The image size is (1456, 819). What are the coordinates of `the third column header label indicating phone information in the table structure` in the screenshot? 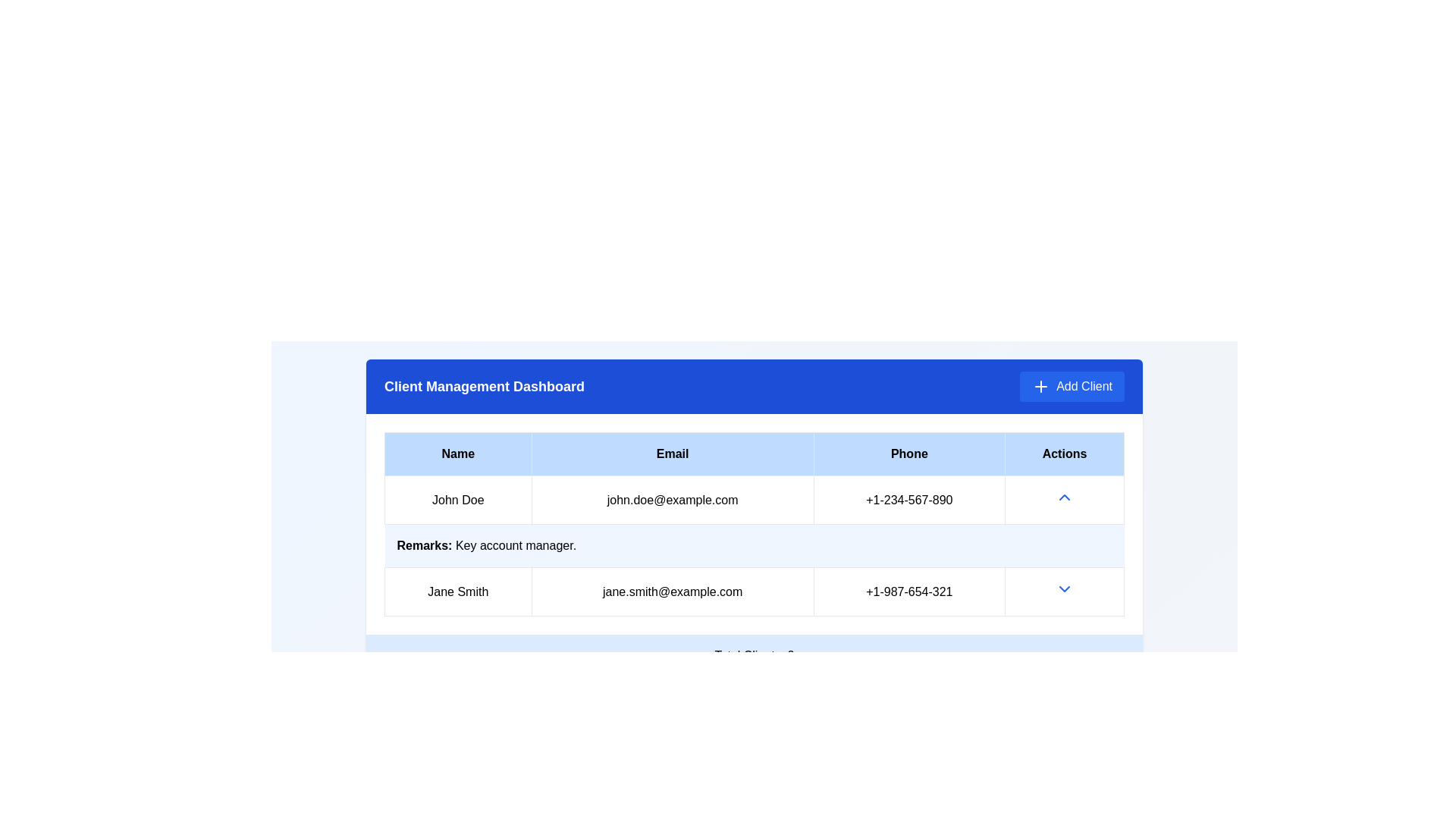 It's located at (909, 453).